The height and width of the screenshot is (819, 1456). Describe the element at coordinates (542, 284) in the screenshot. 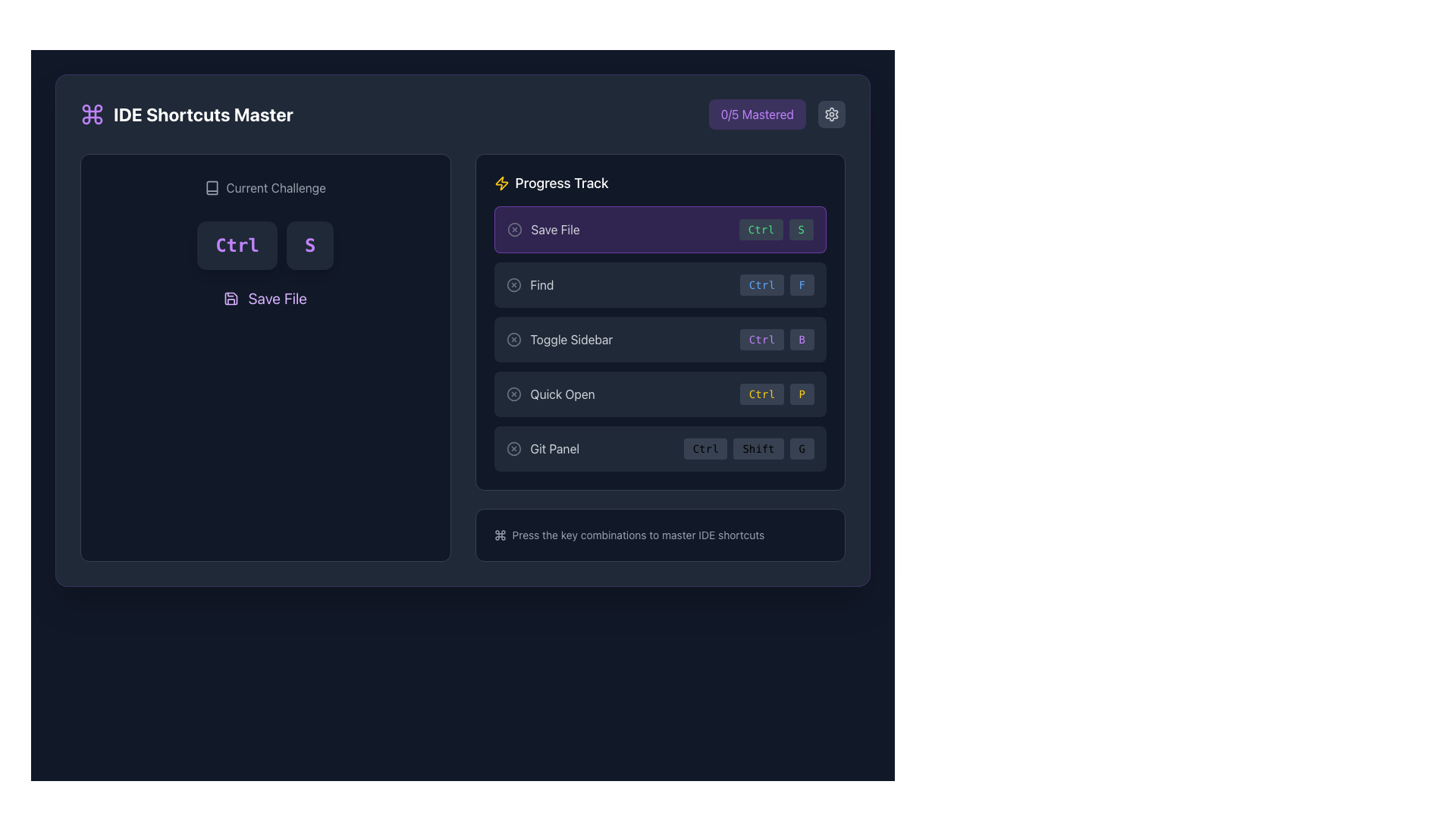

I see `the text label displaying 'Find' in gray color located in the 'Progress Track' section, positioned between a close icon and space to the right` at that location.